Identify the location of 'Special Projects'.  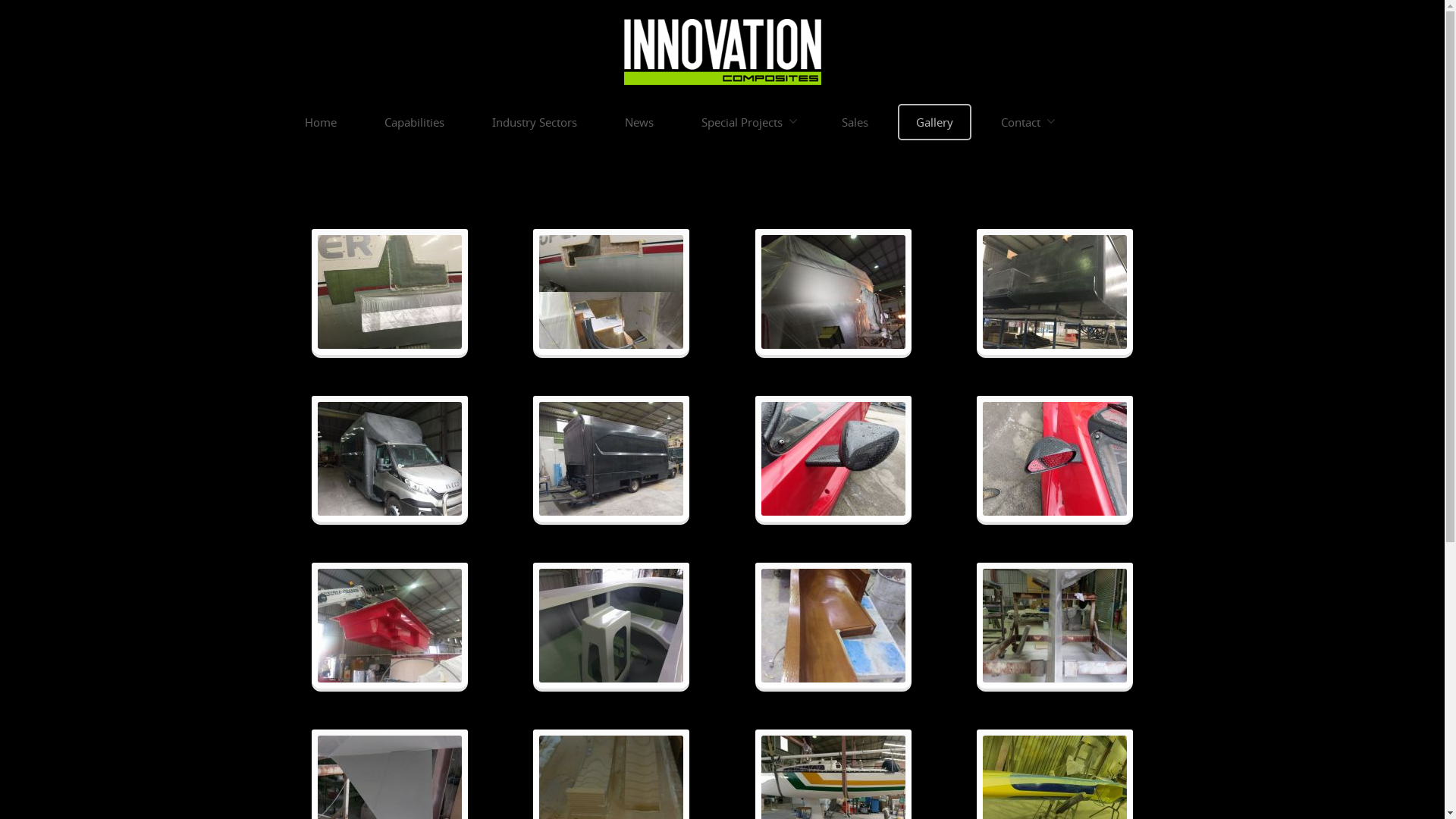
(683, 121).